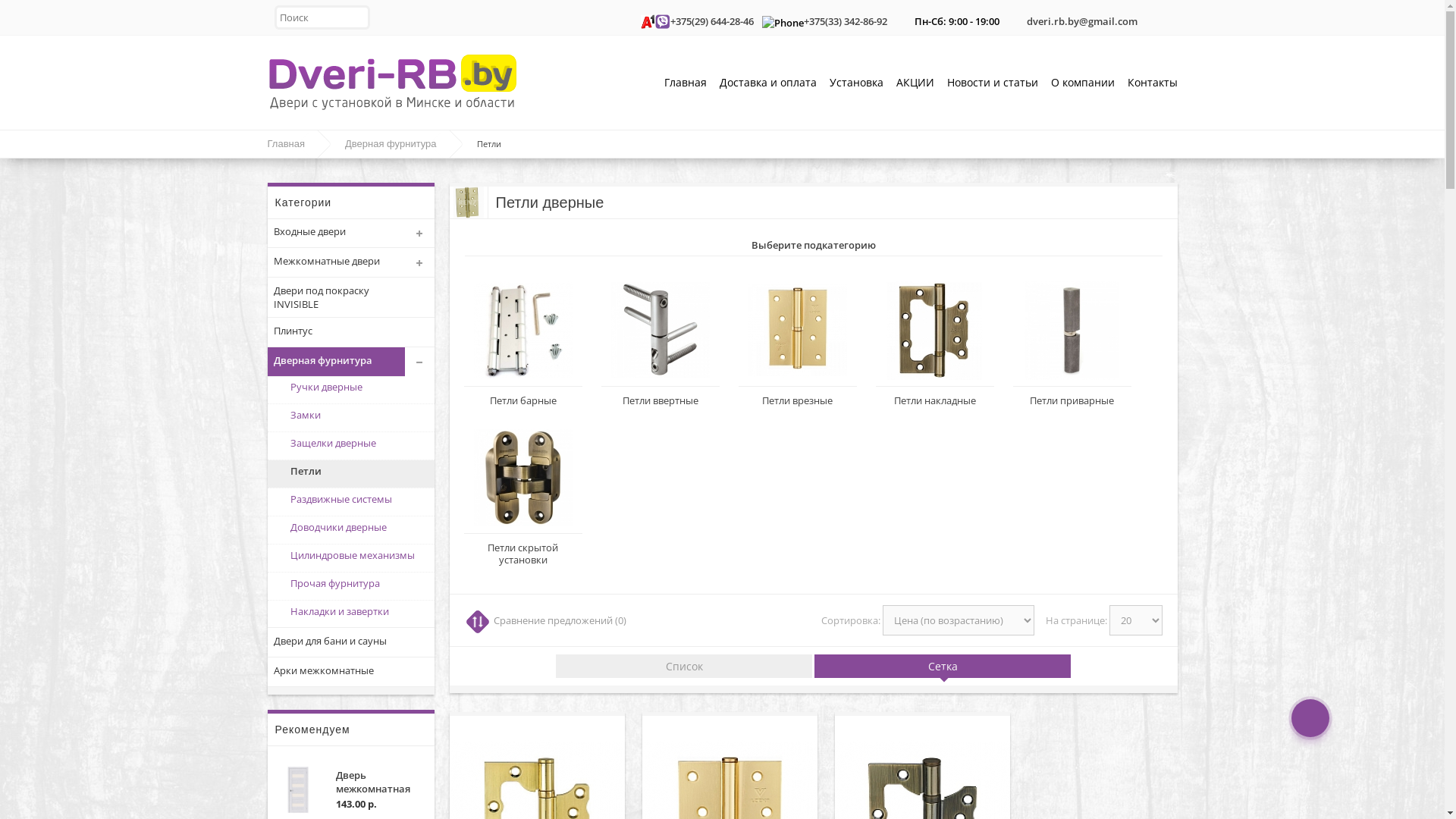 This screenshot has height=819, width=1456. I want to click on '+375(33) 342-86-92', so click(844, 20).